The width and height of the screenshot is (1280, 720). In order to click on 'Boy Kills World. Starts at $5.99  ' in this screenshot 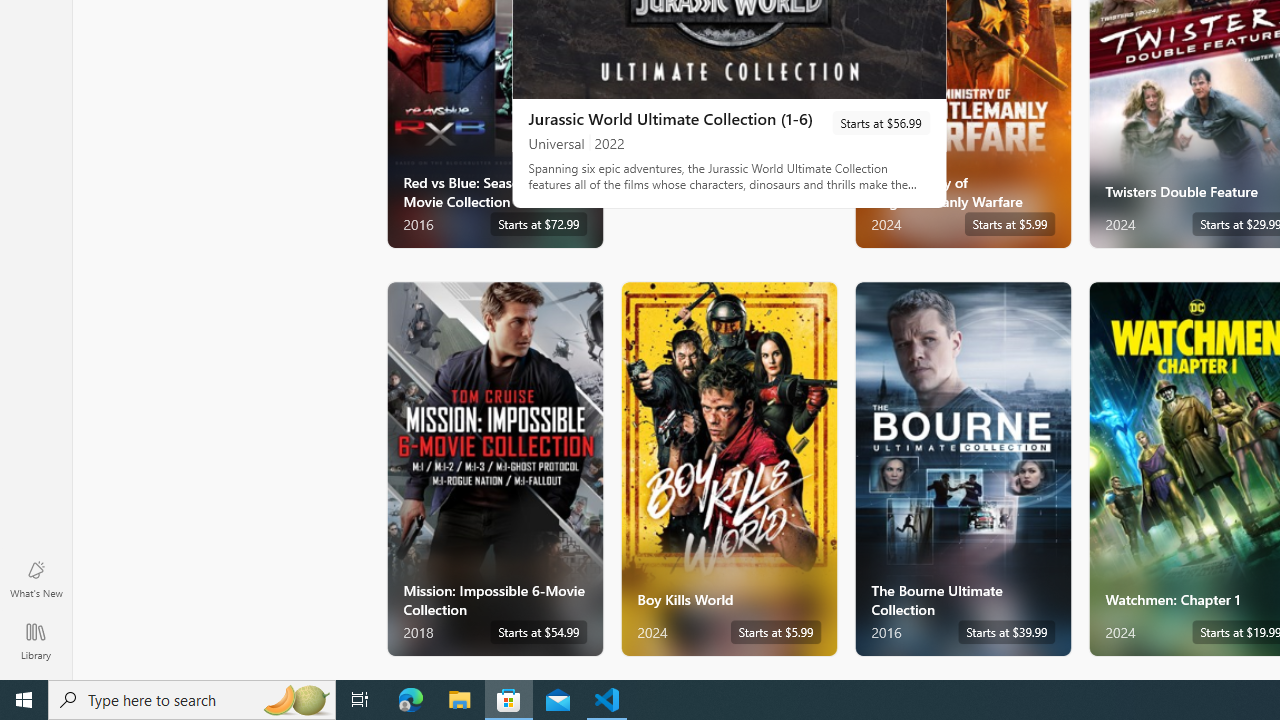, I will do `click(727, 468)`.